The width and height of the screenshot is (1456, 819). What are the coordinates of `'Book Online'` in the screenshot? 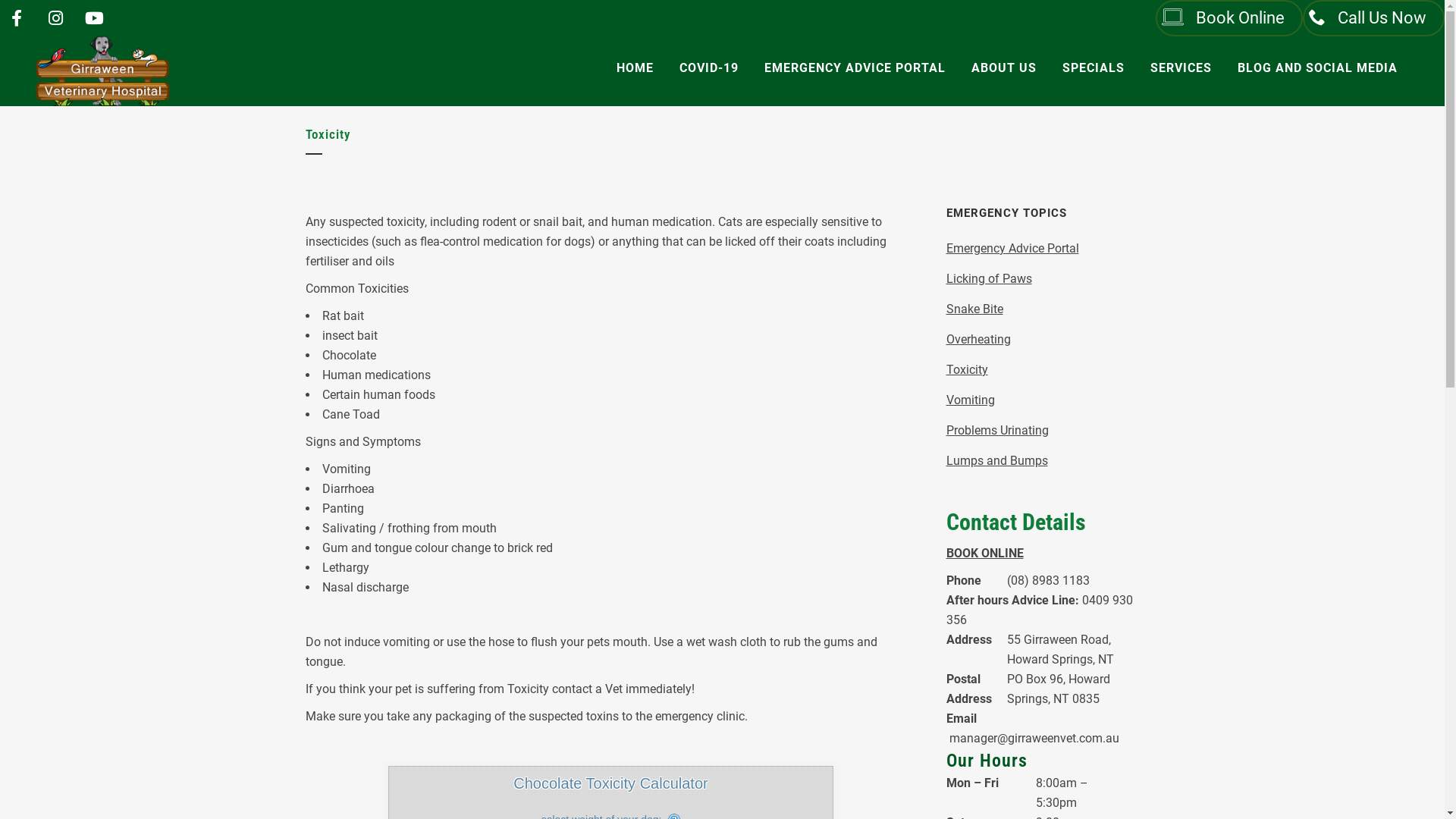 It's located at (1229, 17).